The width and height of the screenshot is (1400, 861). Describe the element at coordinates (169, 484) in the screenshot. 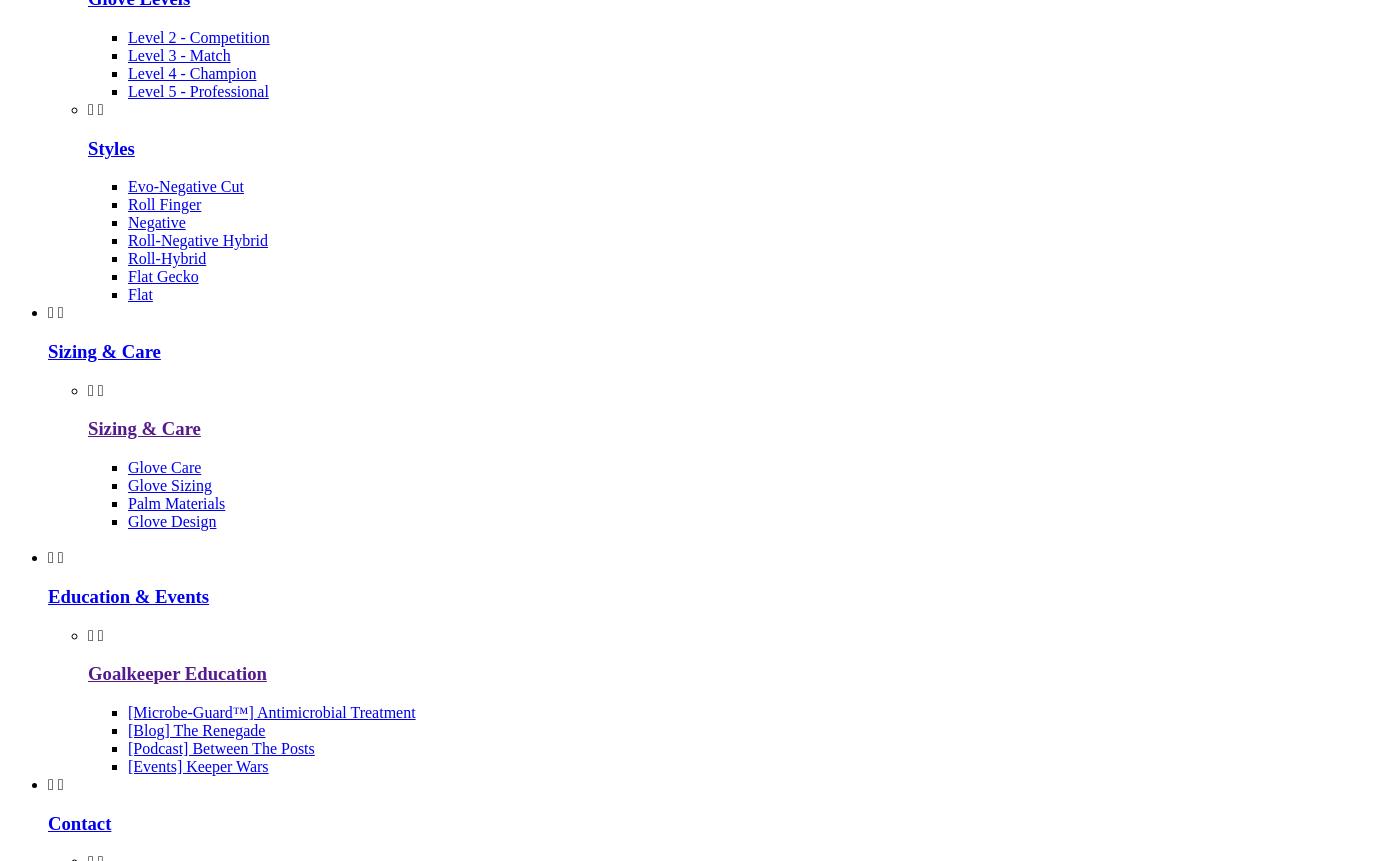

I see `'Glove Sizing'` at that location.